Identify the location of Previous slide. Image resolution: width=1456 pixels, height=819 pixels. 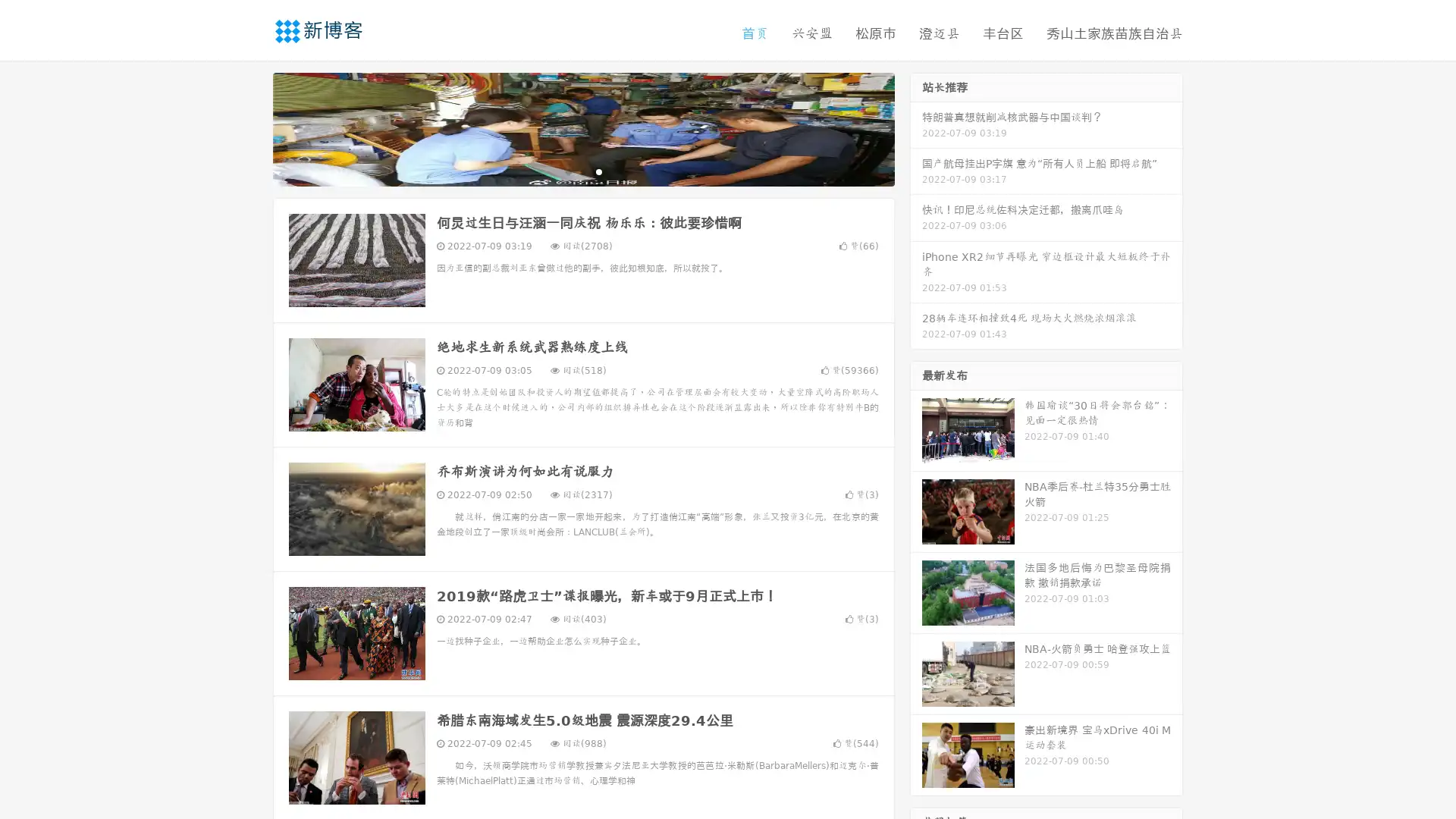
(250, 127).